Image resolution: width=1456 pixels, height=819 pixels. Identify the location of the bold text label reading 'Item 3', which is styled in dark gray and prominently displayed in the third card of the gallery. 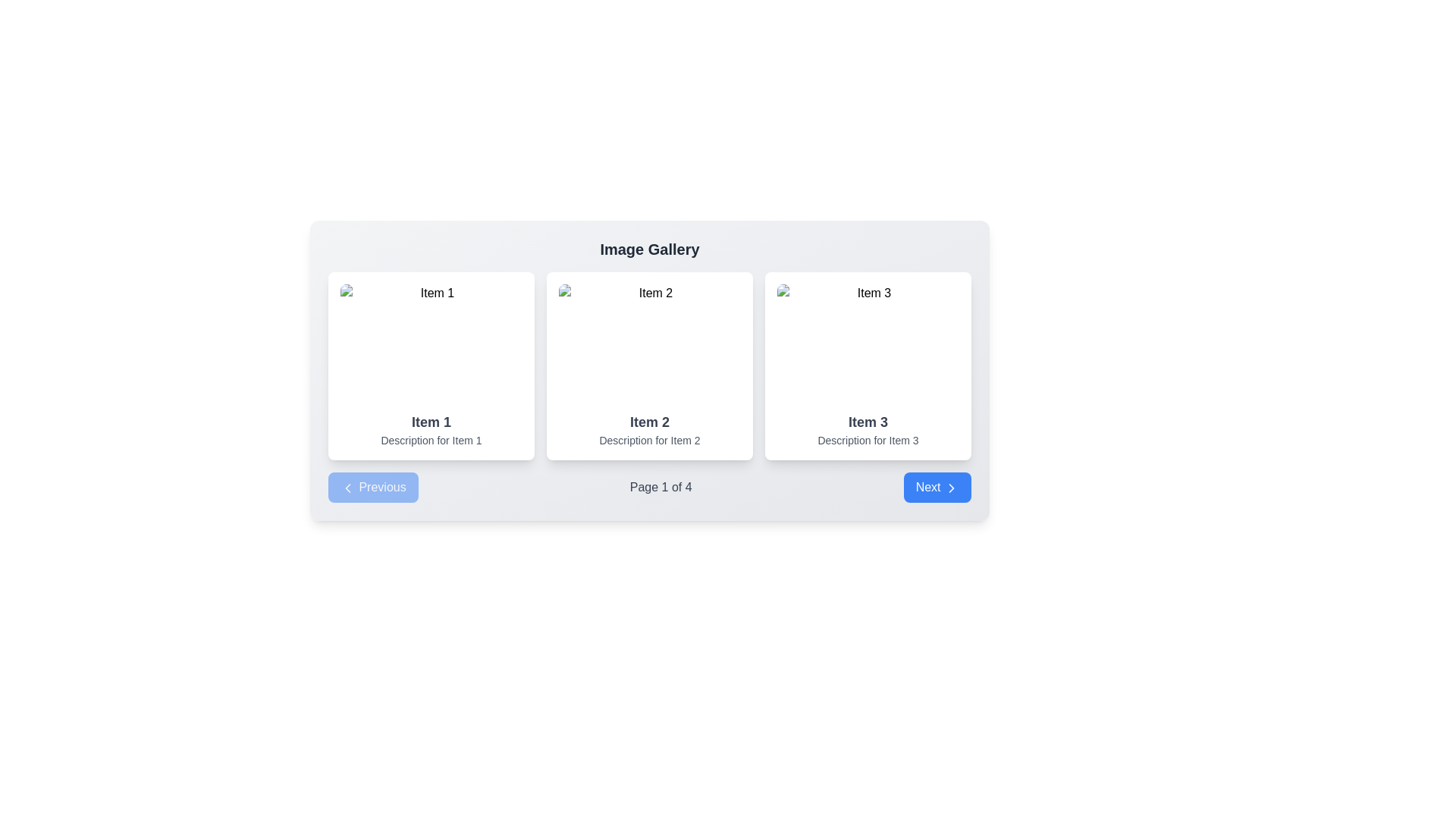
(868, 422).